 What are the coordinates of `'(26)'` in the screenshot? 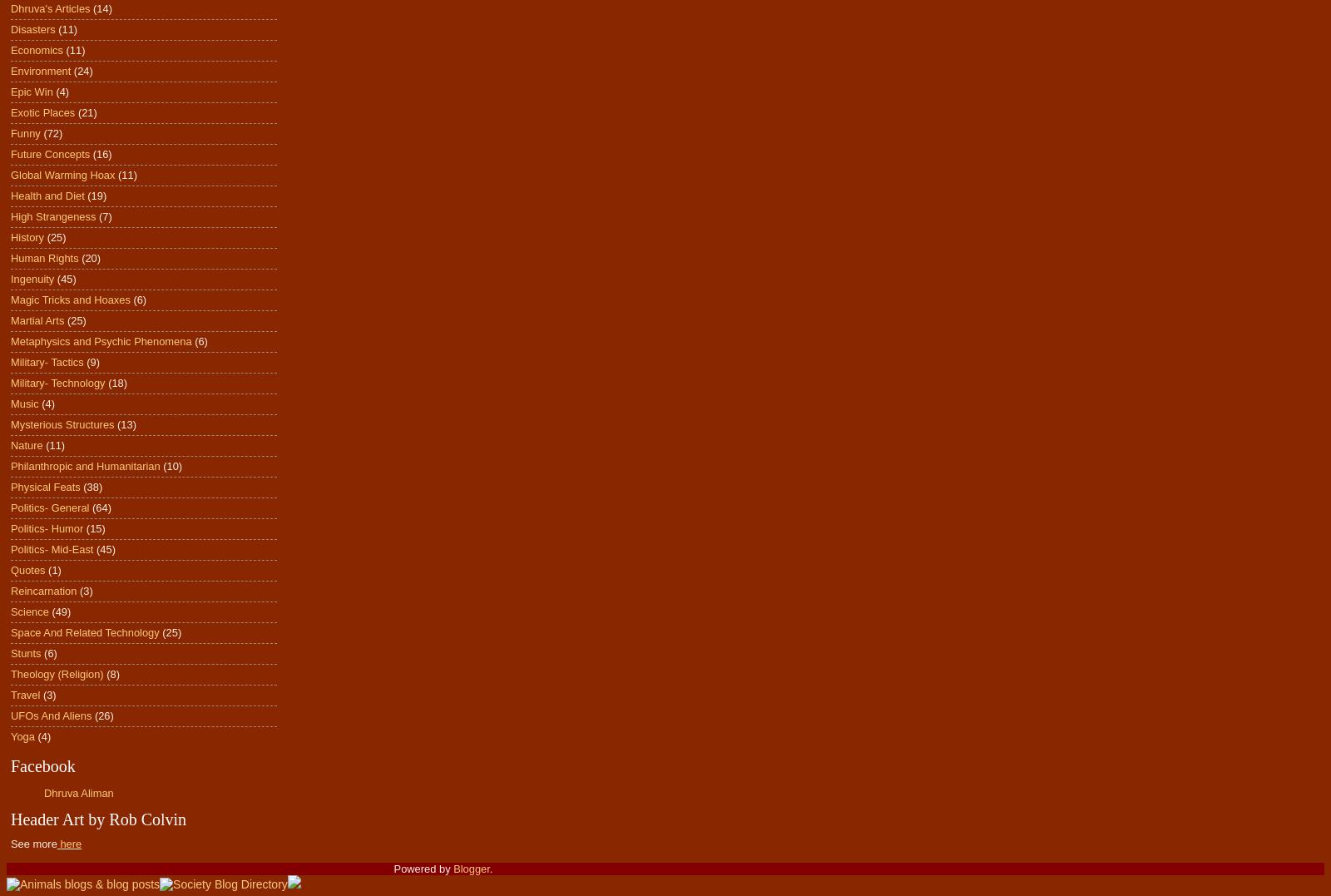 It's located at (102, 715).